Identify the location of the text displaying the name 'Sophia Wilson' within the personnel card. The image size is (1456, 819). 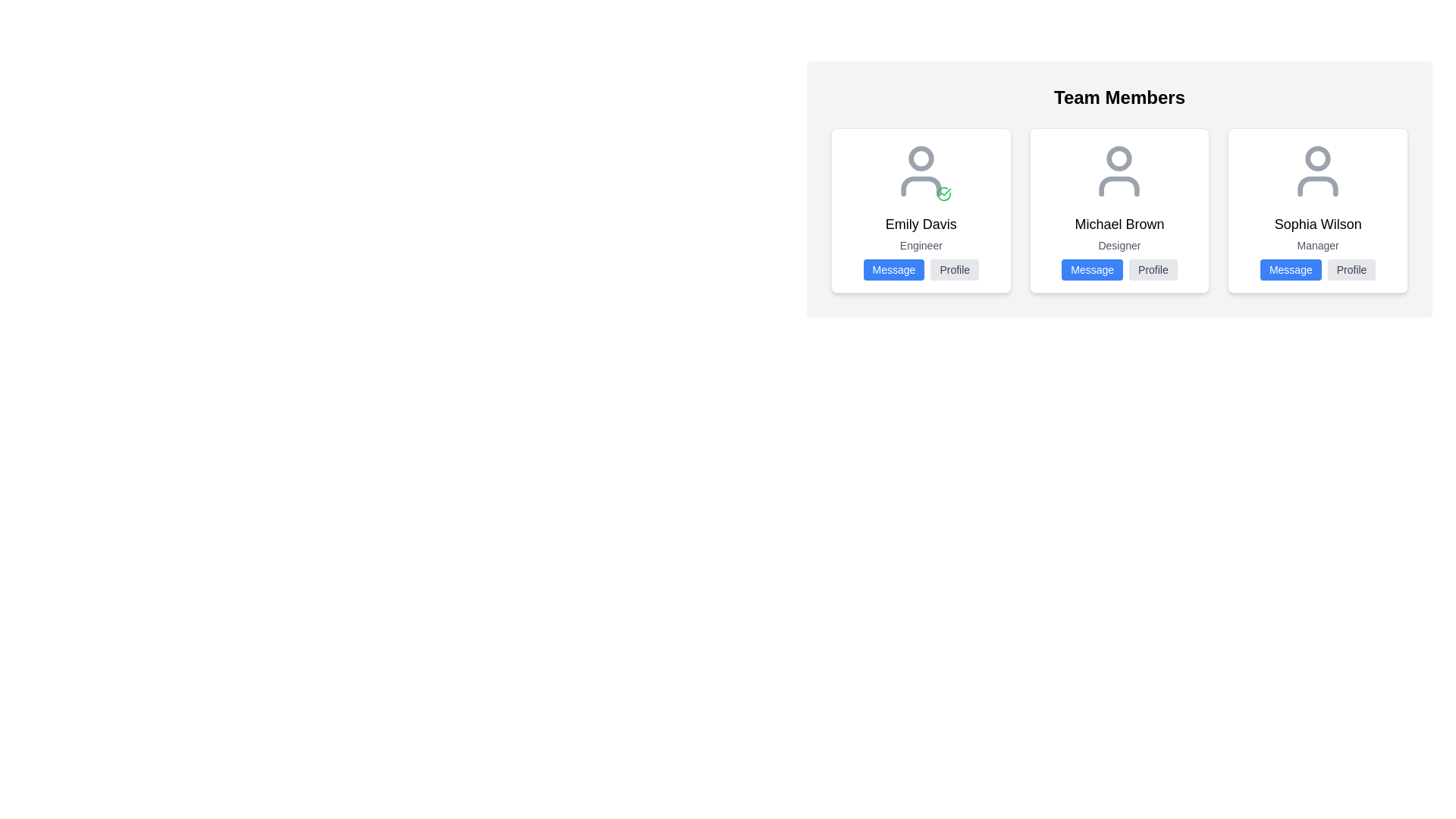
(1317, 224).